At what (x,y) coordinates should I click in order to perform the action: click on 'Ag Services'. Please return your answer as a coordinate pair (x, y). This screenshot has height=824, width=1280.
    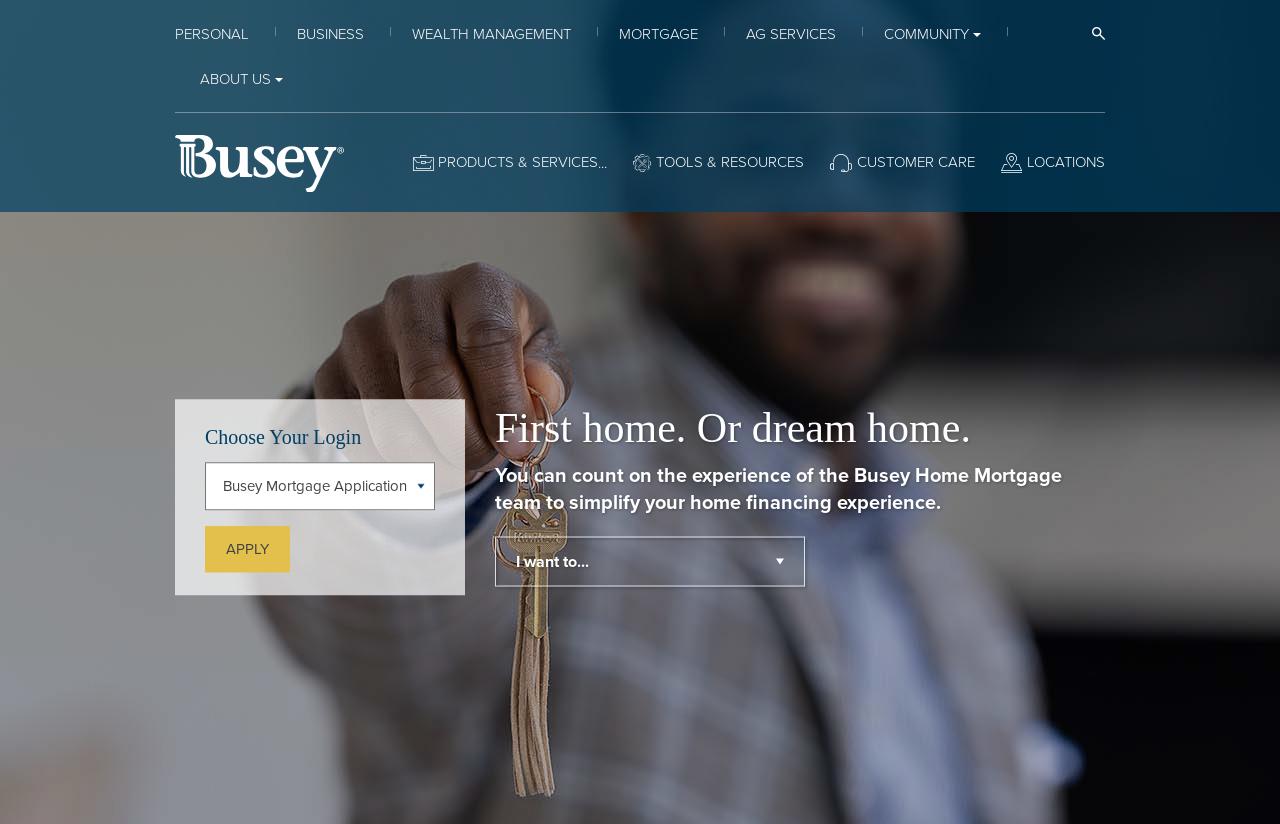
    Looking at the image, I should click on (790, 33).